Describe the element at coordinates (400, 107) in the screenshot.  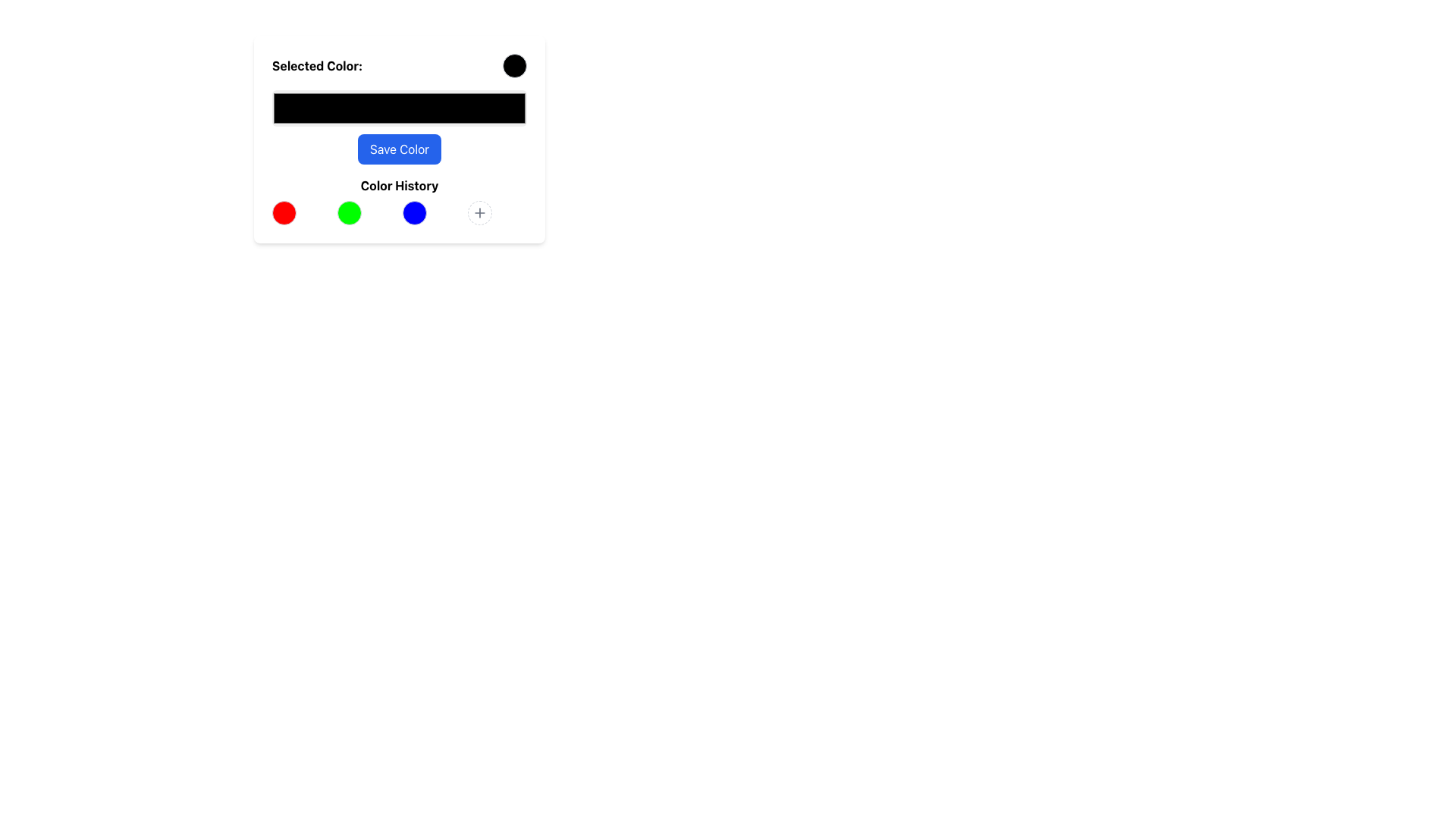
I see `the black rectangular color picker or color preview box` at that location.